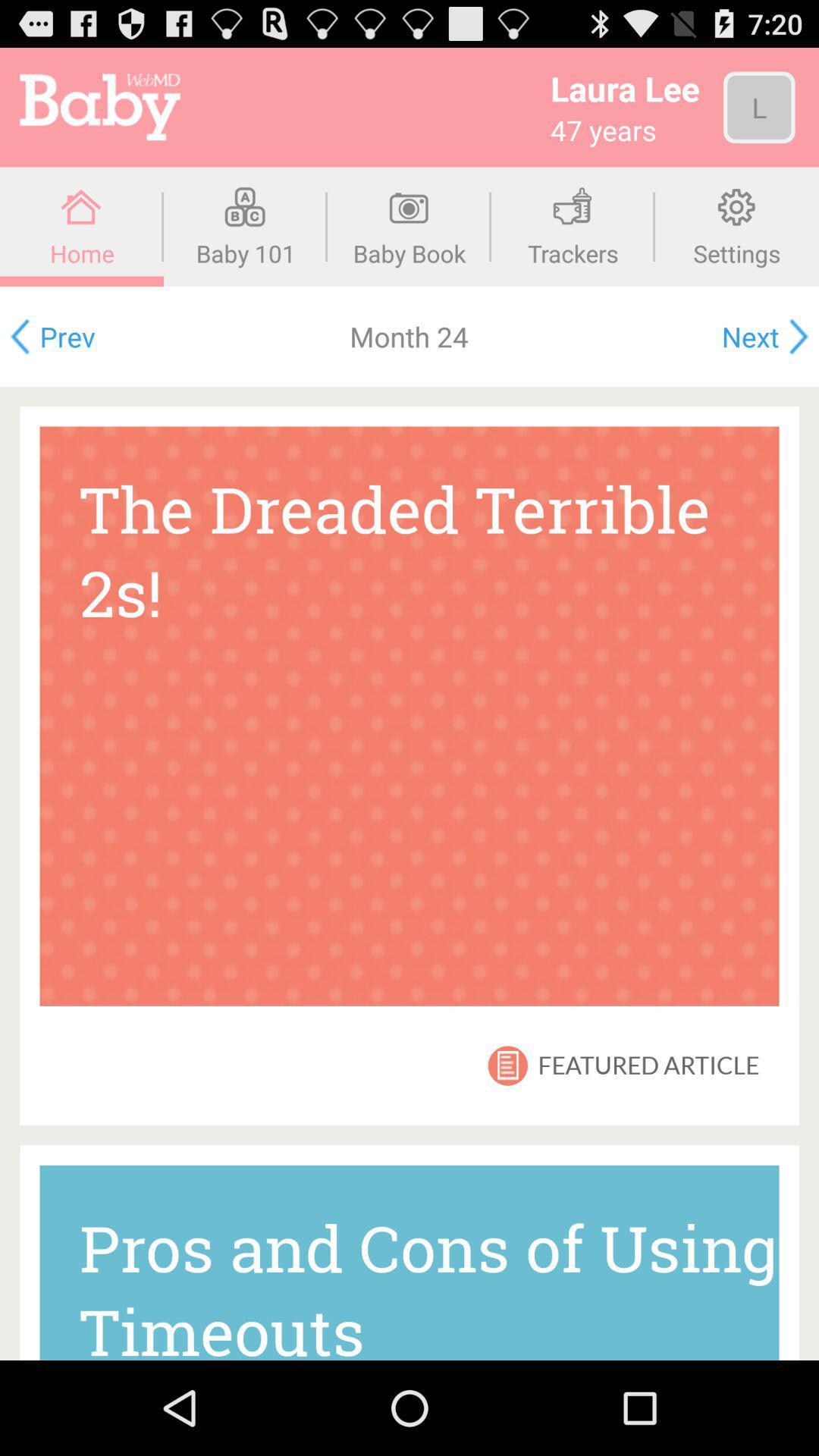 The image size is (819, 1456). What do you see at coordinates (409, 1263) in the screenshot?
I see `the pros and cons` at bounding box center [409, 1263].